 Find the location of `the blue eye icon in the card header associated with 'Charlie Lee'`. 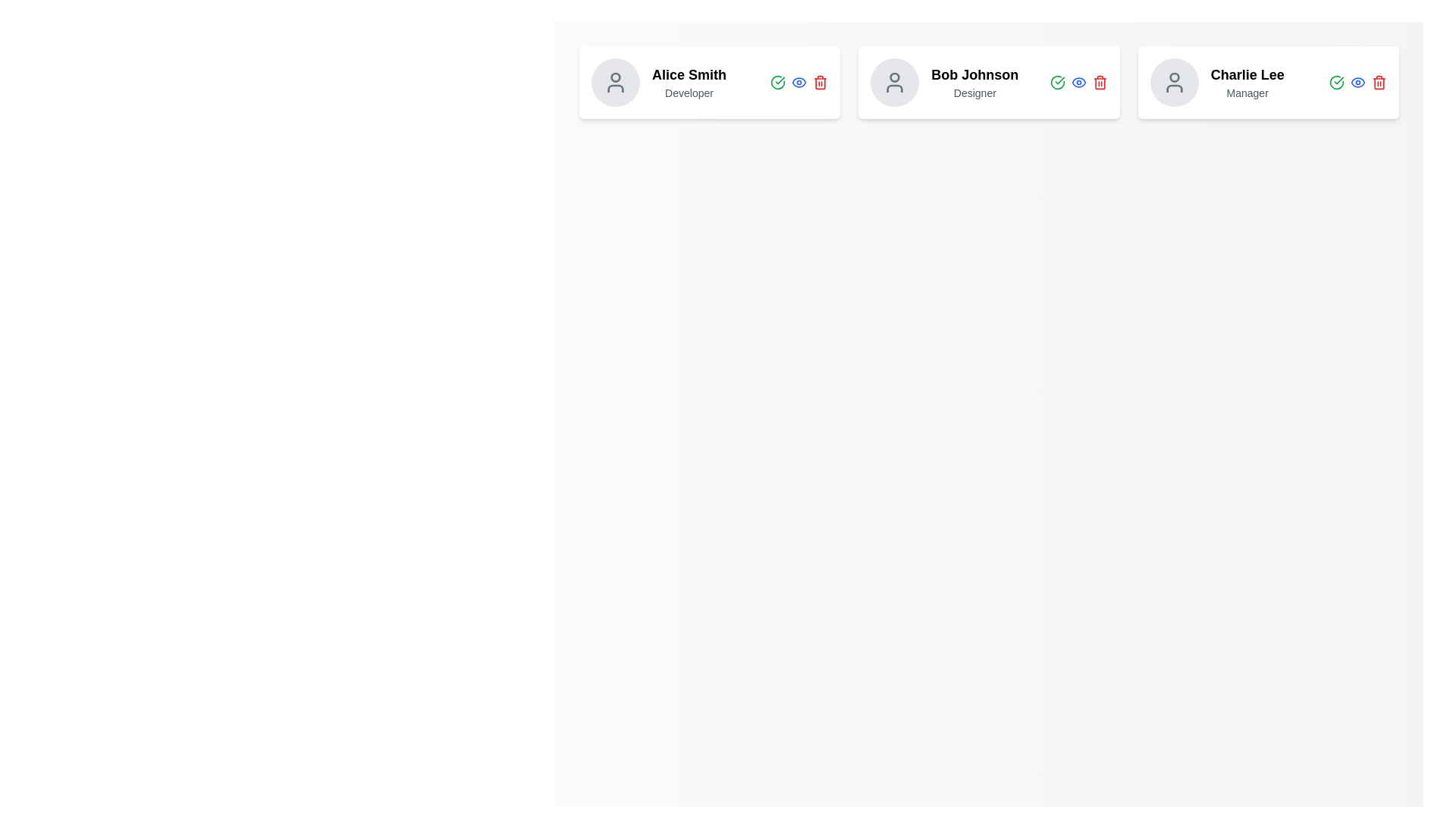

the blue eye icon in the card header associated with 'Charlie Lee' is located at coordinates (1357, 82).